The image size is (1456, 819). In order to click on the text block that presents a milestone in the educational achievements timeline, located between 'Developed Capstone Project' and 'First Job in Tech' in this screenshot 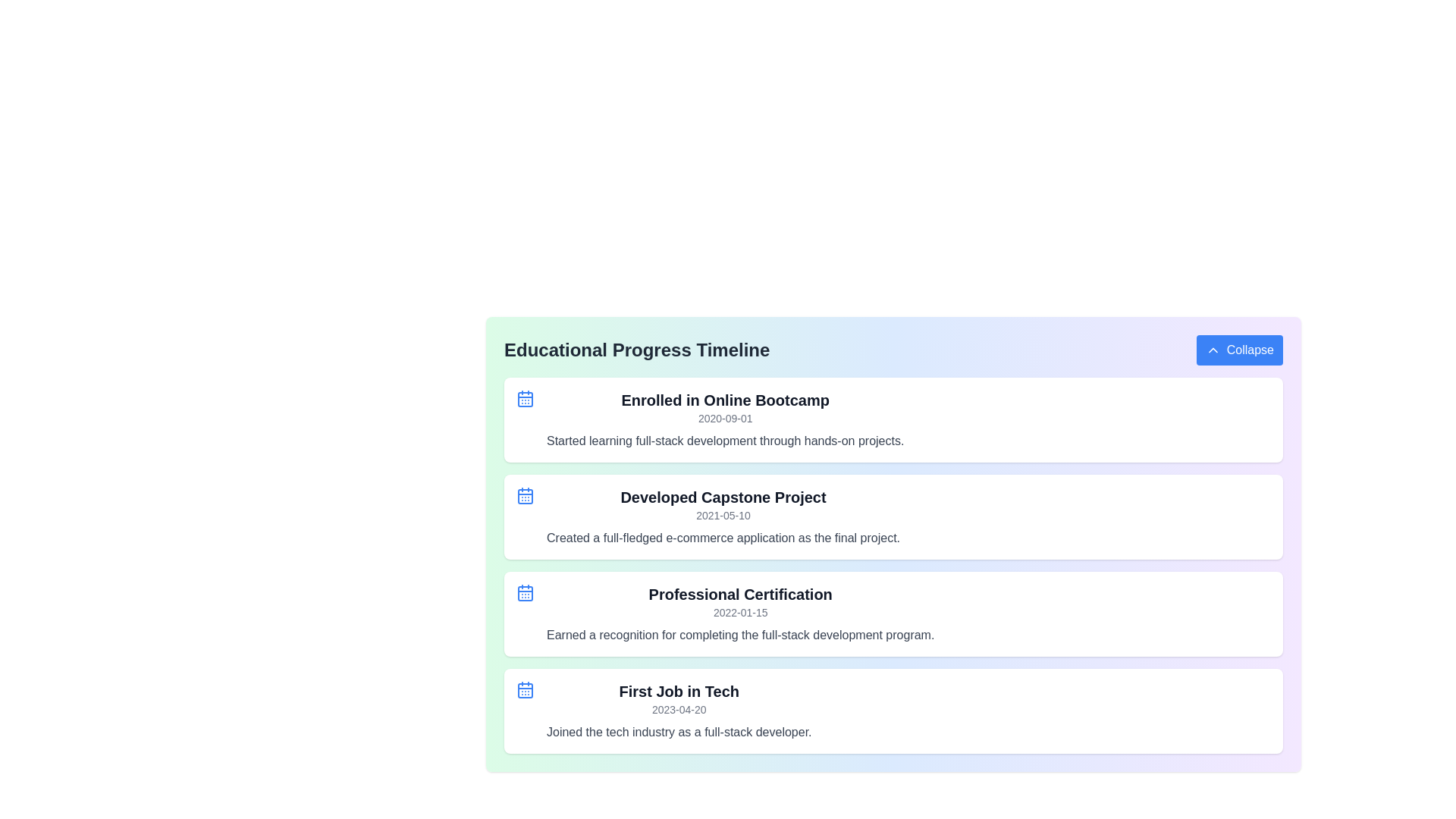, I will do `click(740, 614)`.